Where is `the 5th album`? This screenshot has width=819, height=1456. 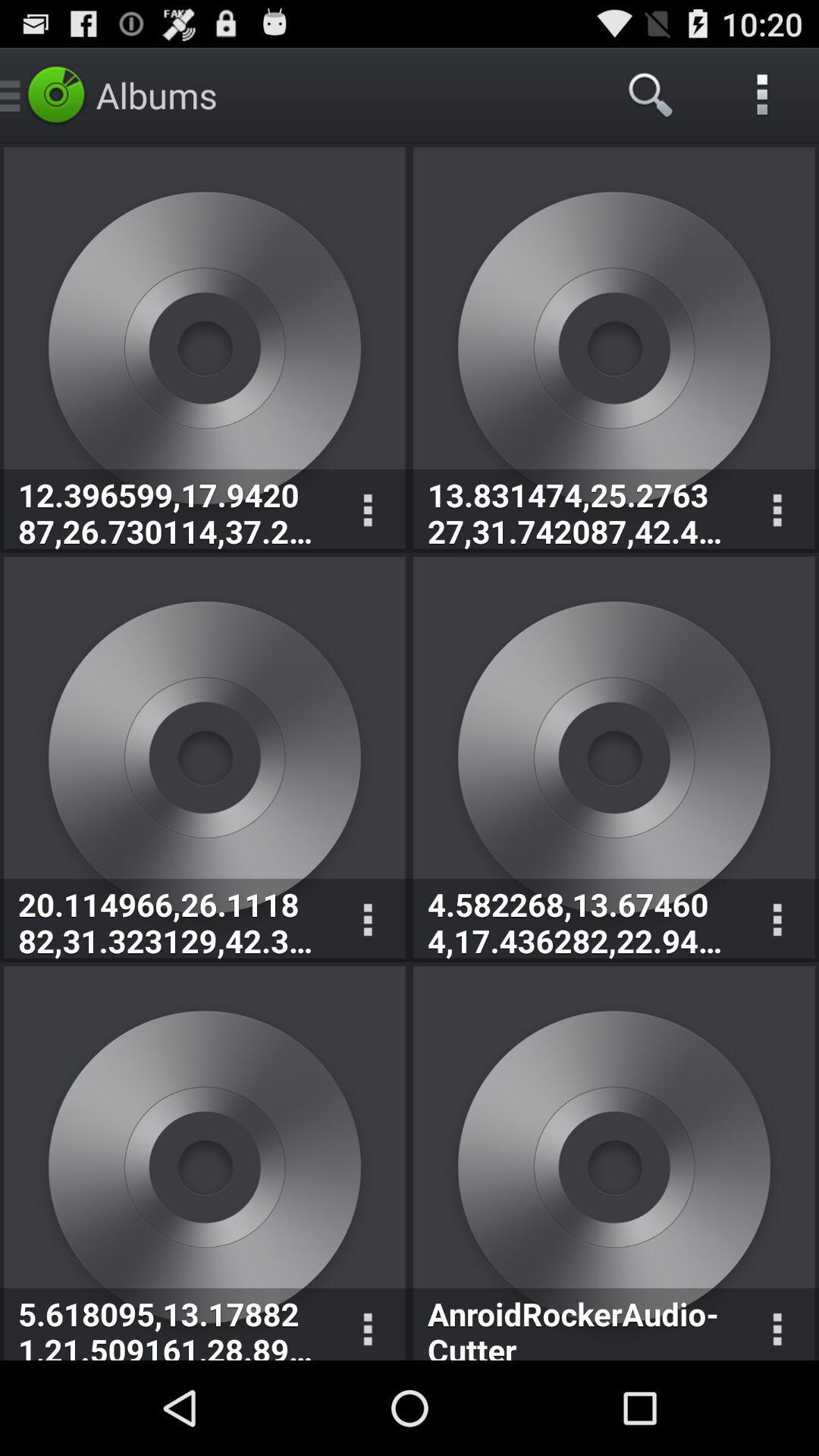 the 5th album is located at coordinates (205, 1161).